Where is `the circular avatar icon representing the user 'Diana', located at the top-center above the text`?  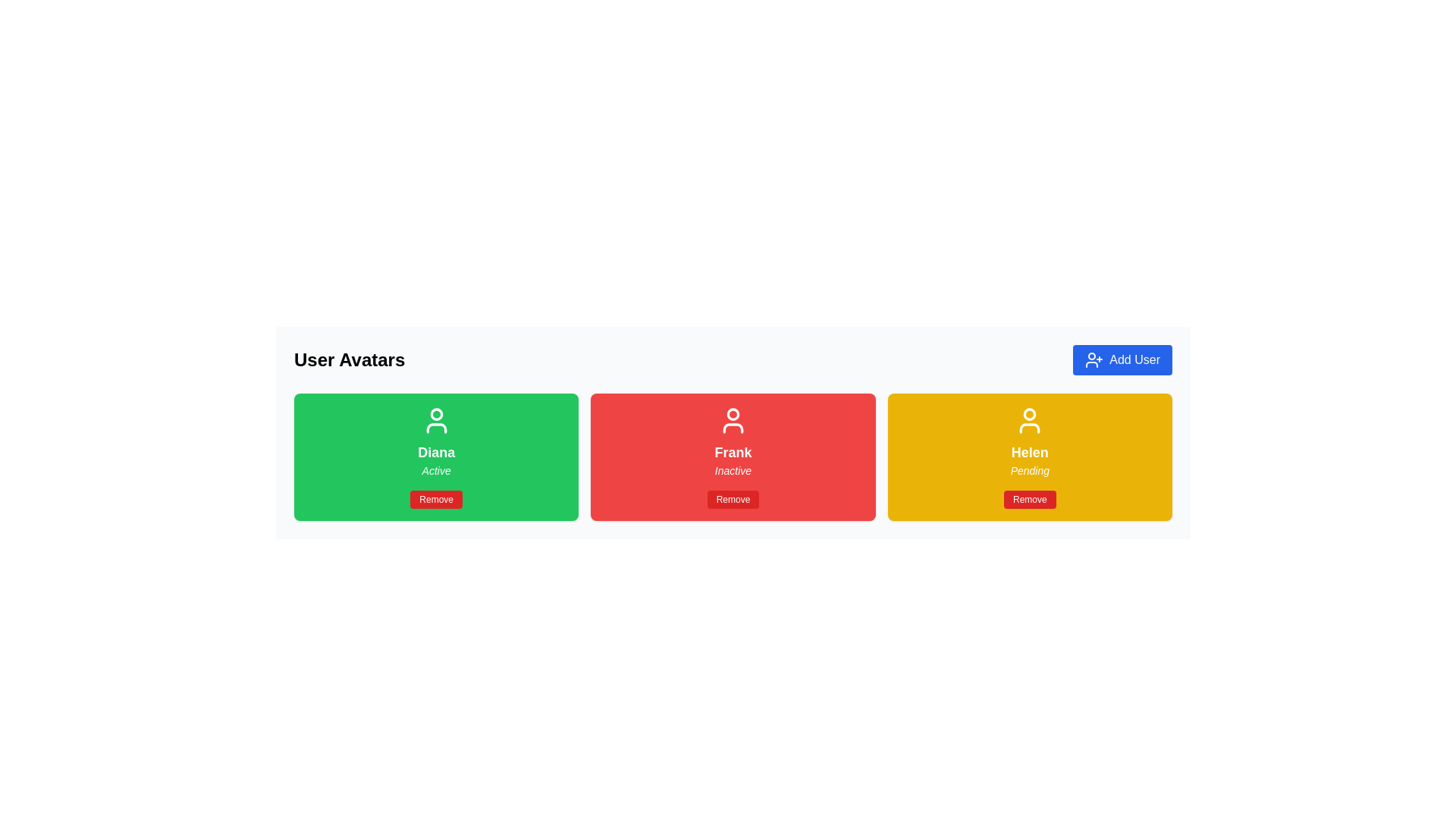 the circular avatar icon representing the user 'Diana', located at the top-center above the text is located at coordinates (435, 414).